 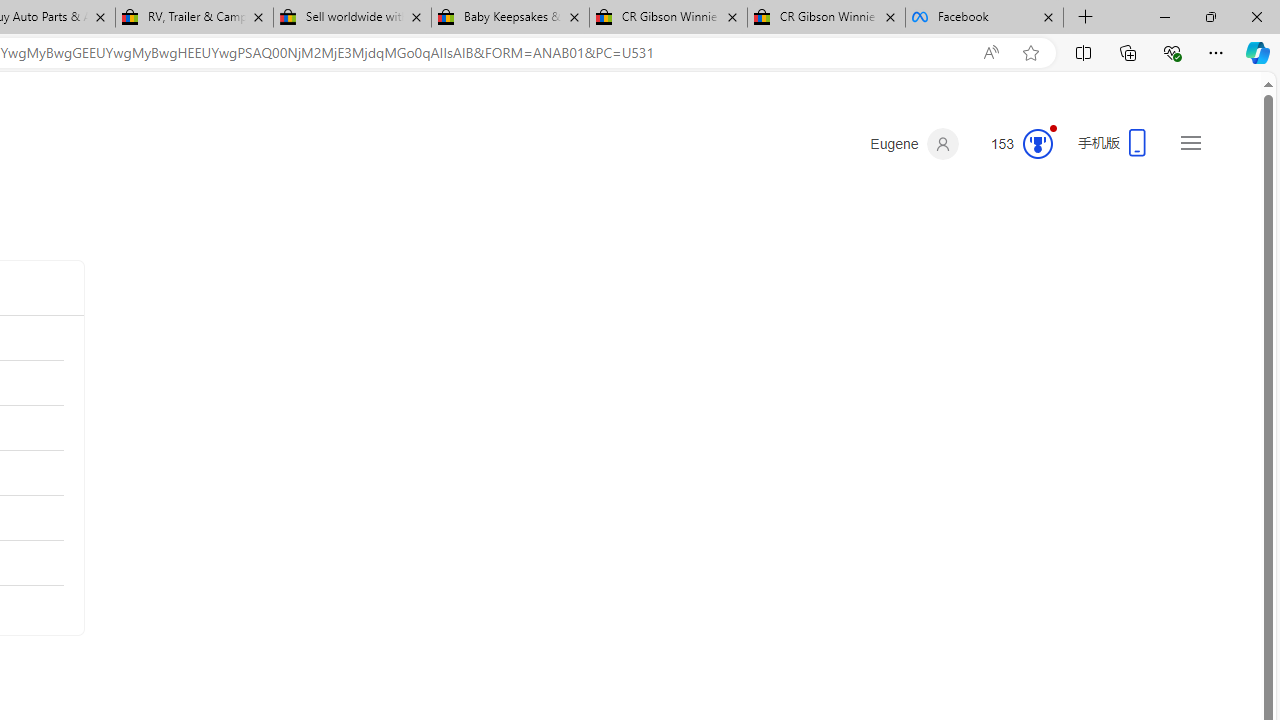 I want to click on 'Sell worldwide with eBay', so click(x=352, y=17).